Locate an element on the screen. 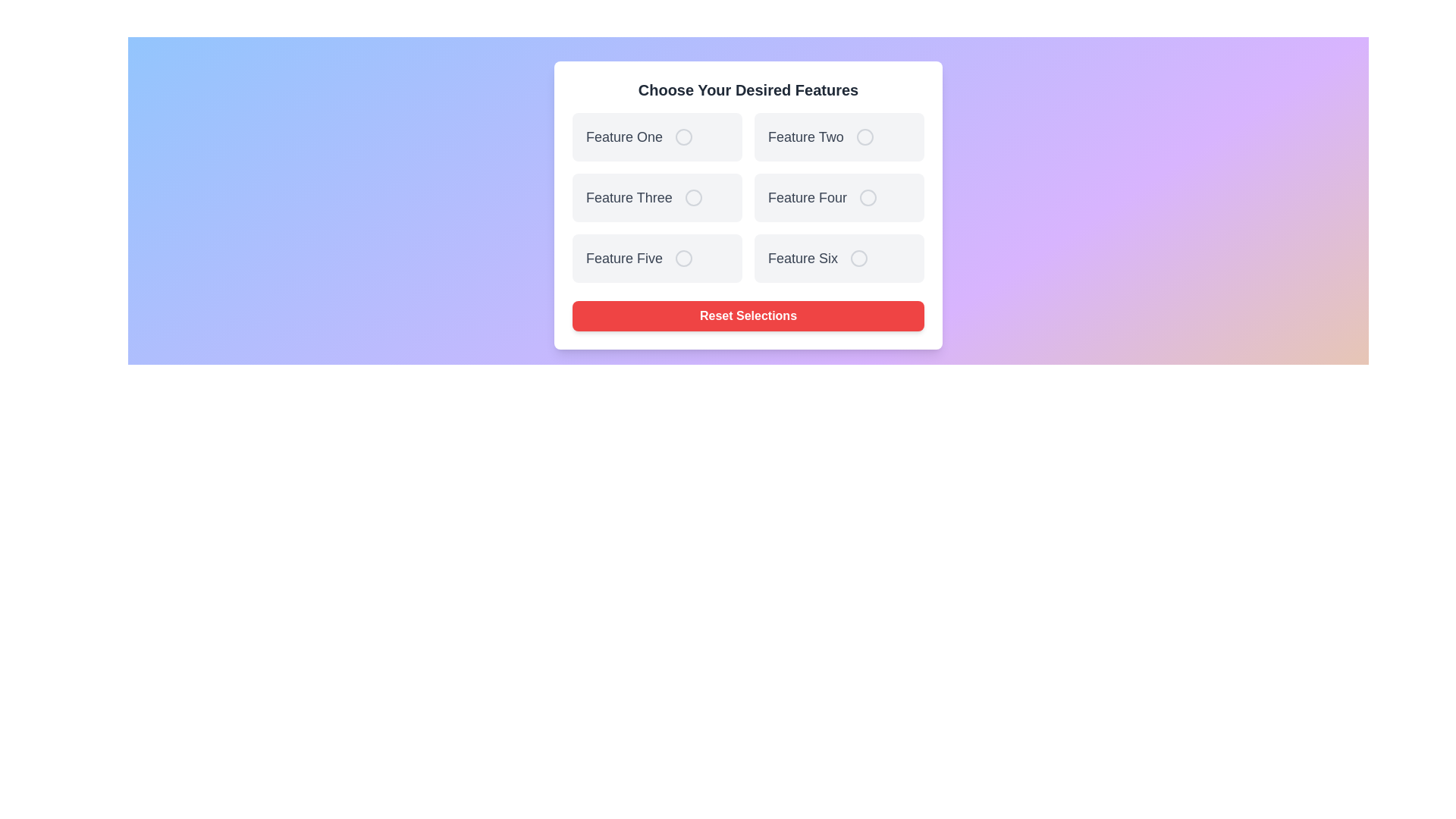 Image resolution: width=1456 pixels, height=819 pixels. the 'Reset Selections' button to reset all feature selections to default is located at coordinates (748, 315).